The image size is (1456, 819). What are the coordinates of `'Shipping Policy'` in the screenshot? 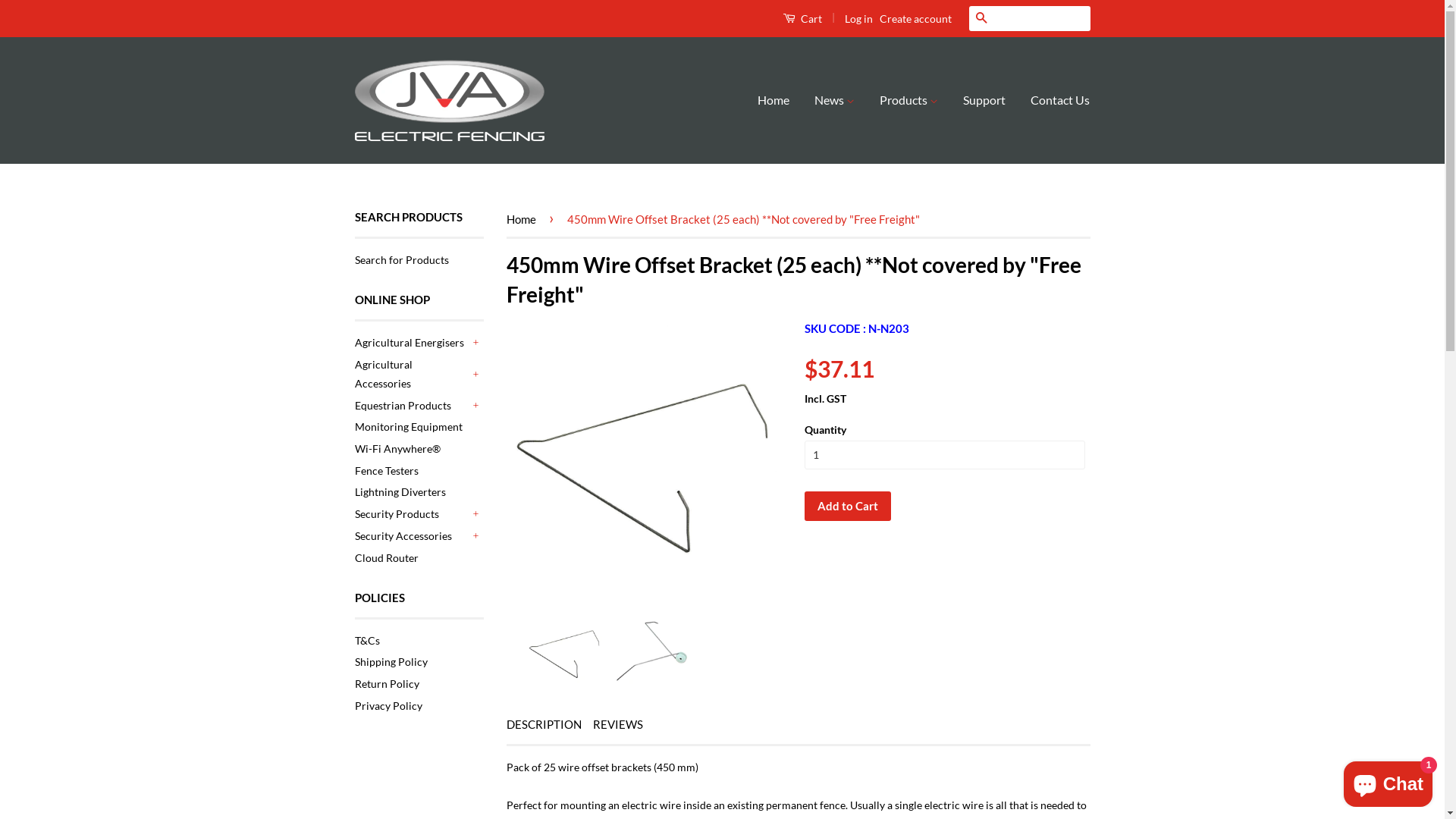 It's located at (391, 661).